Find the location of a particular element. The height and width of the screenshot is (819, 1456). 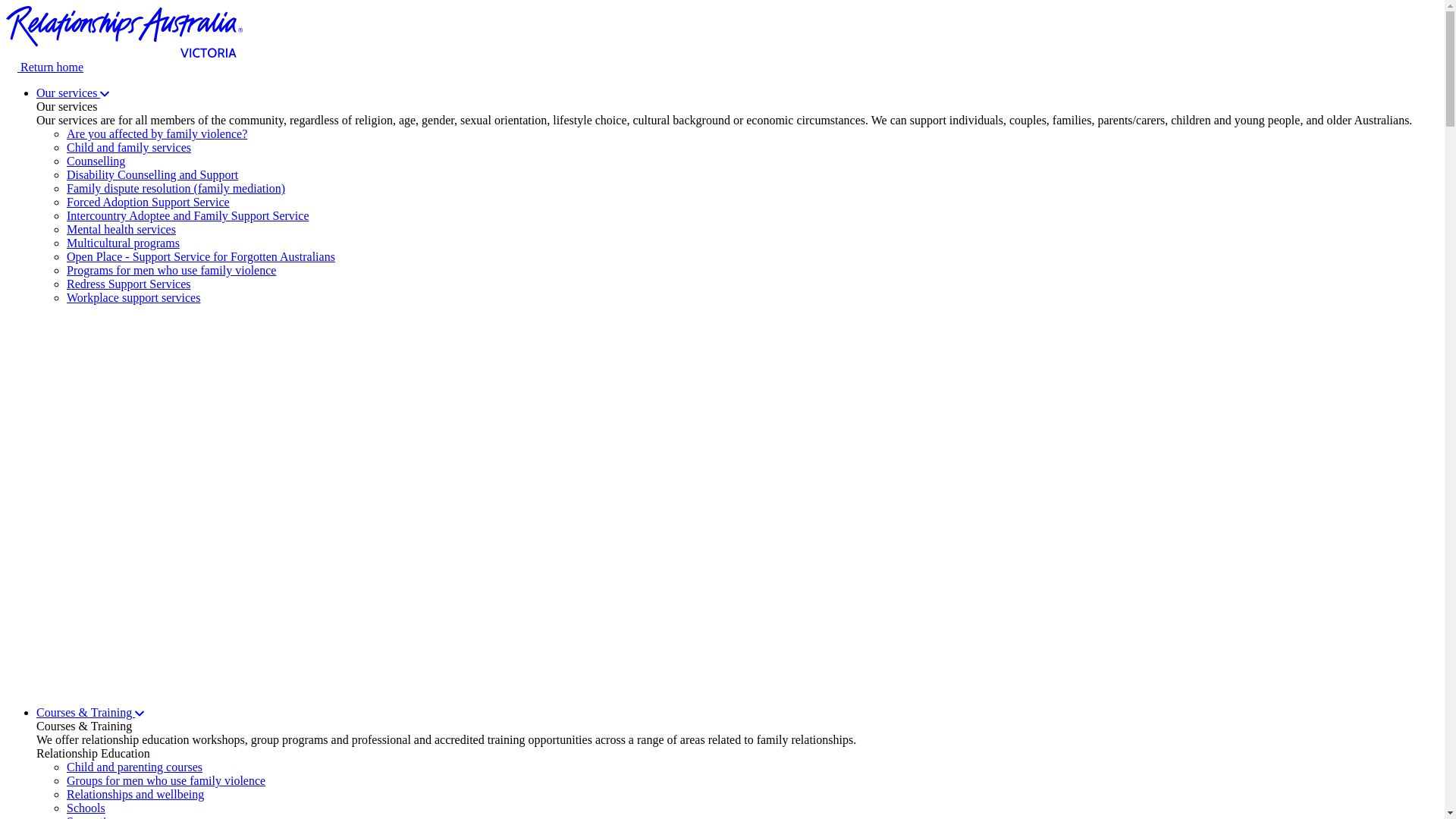

'Redress Support Services' is located at coordinates (128, 284).